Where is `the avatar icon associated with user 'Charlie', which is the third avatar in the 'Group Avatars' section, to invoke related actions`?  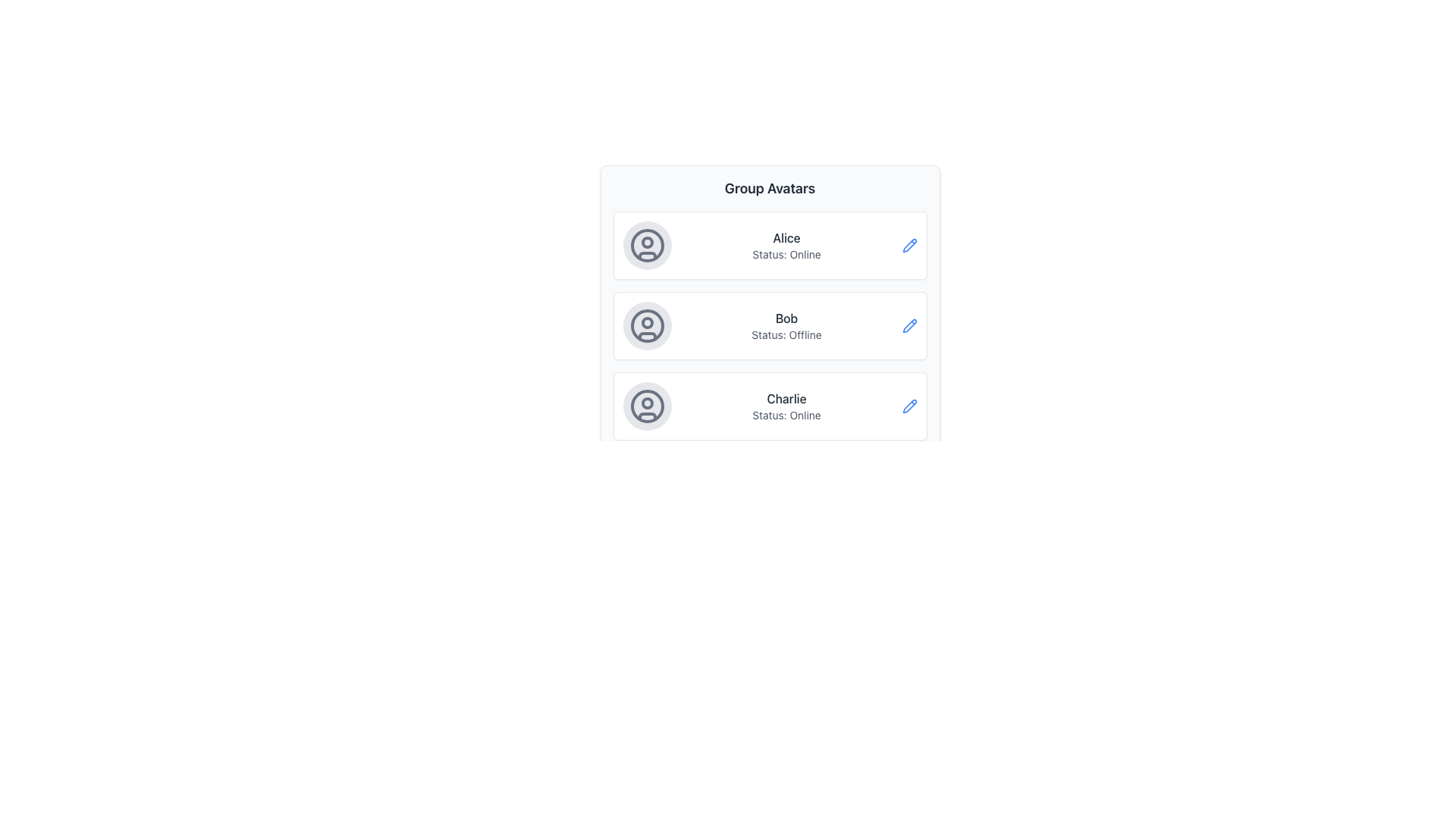
the avatar icon associated with user 'Charlie', which is the third avatar in the 'Group Avatars' section, to invoke related actions is located at coordinates (647, 403).